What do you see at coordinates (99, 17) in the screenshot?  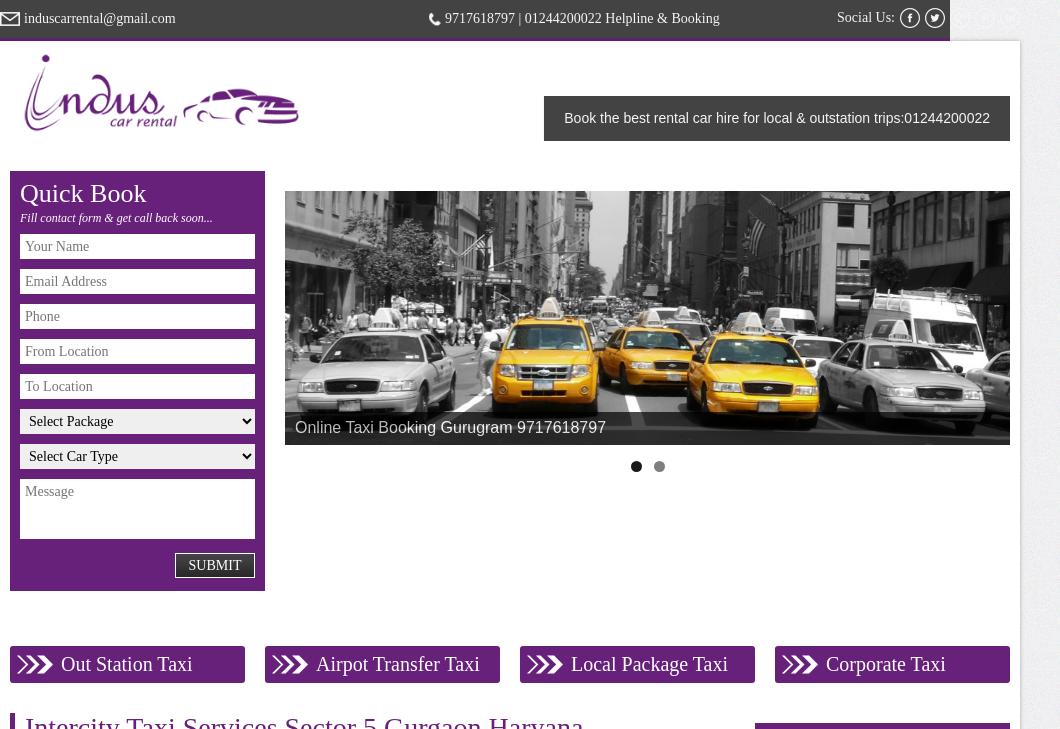 I see `'induscarrental@gmail.com'` at bounding box center [99, 17].